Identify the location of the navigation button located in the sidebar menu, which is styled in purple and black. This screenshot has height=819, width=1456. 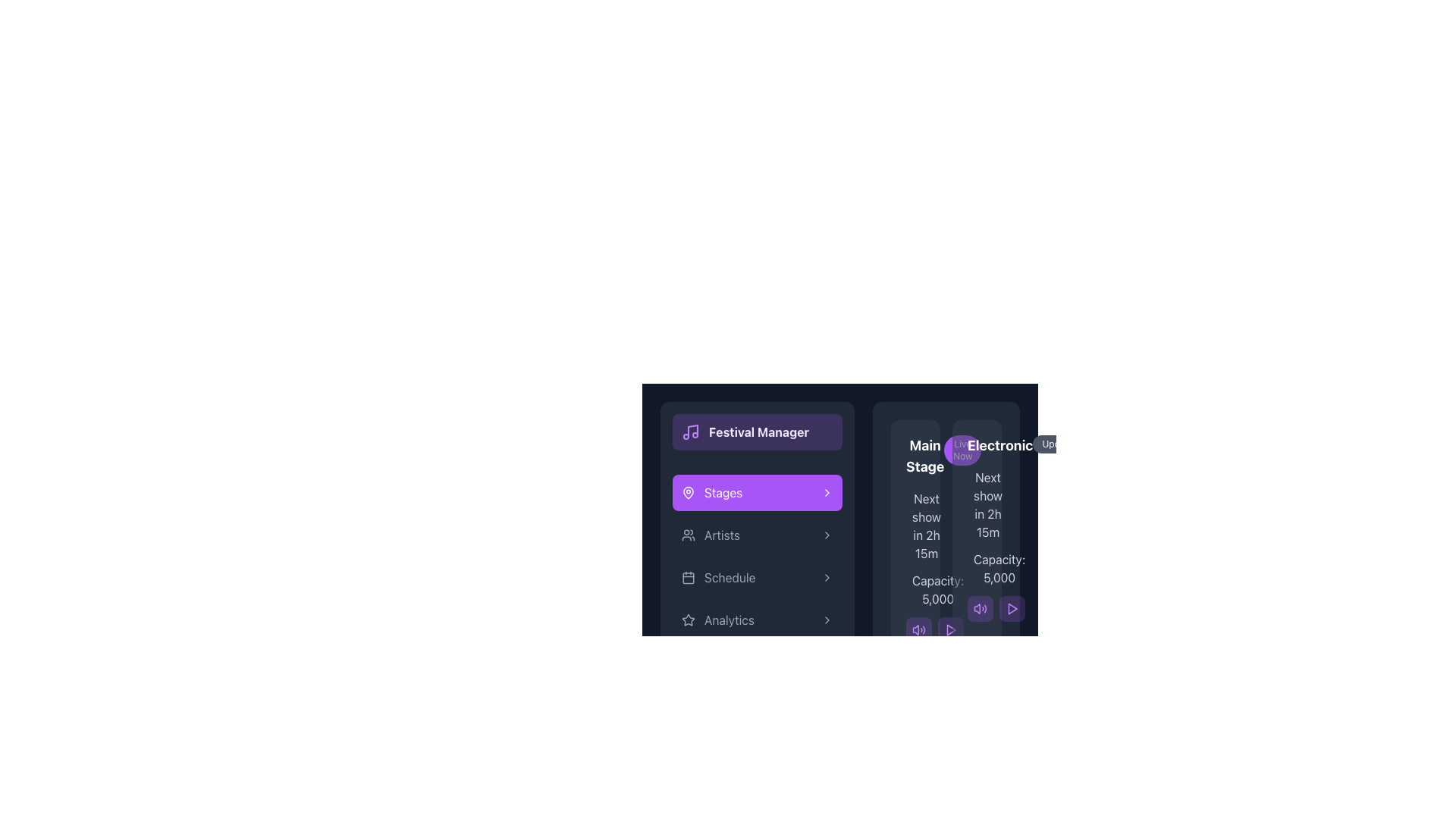
(757, 493).